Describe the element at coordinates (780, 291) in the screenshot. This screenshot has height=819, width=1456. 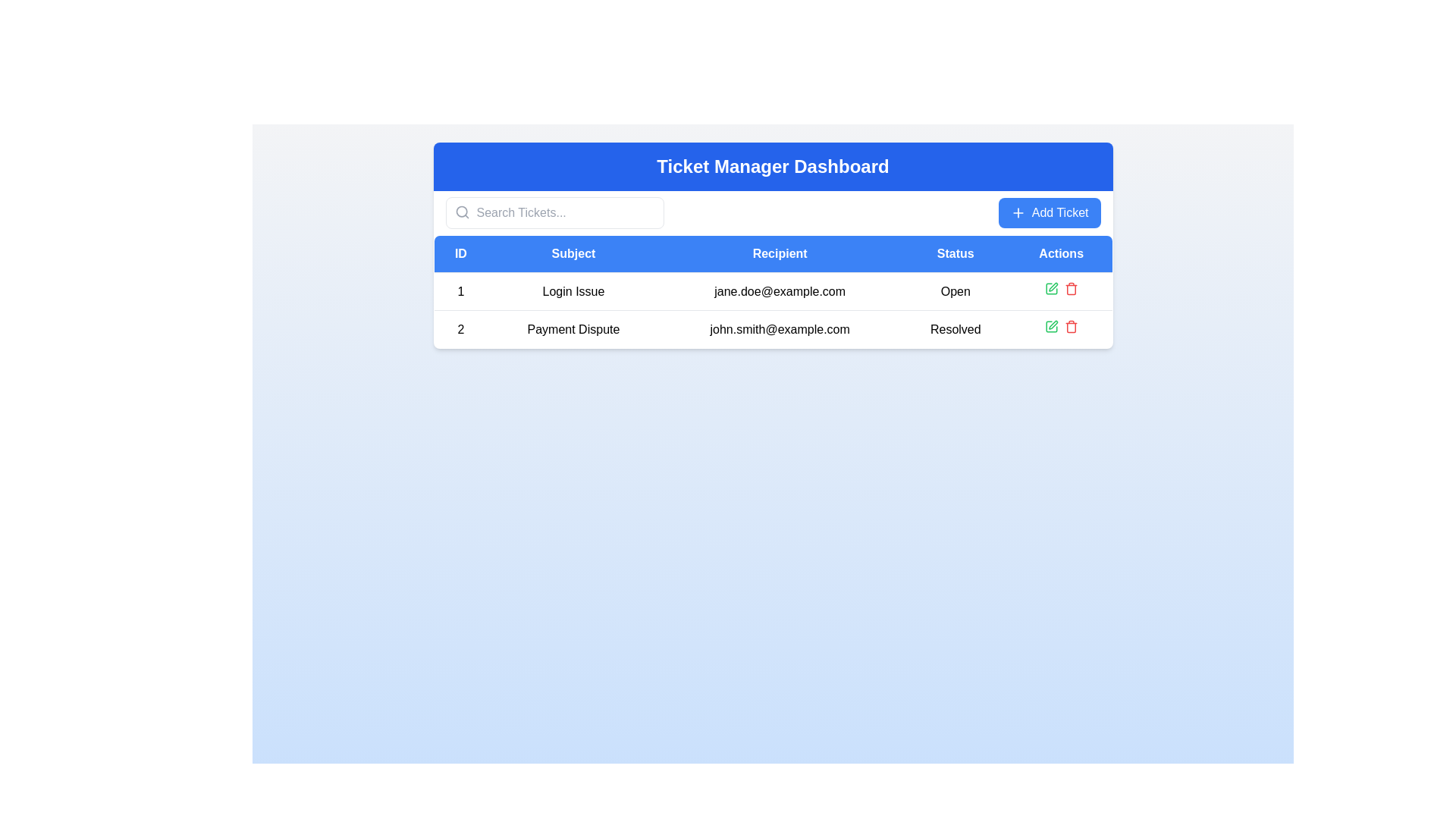
I see `the static text label displaying the recipient's email address in the 'Recipient' column of the first row of the data table` at that location.